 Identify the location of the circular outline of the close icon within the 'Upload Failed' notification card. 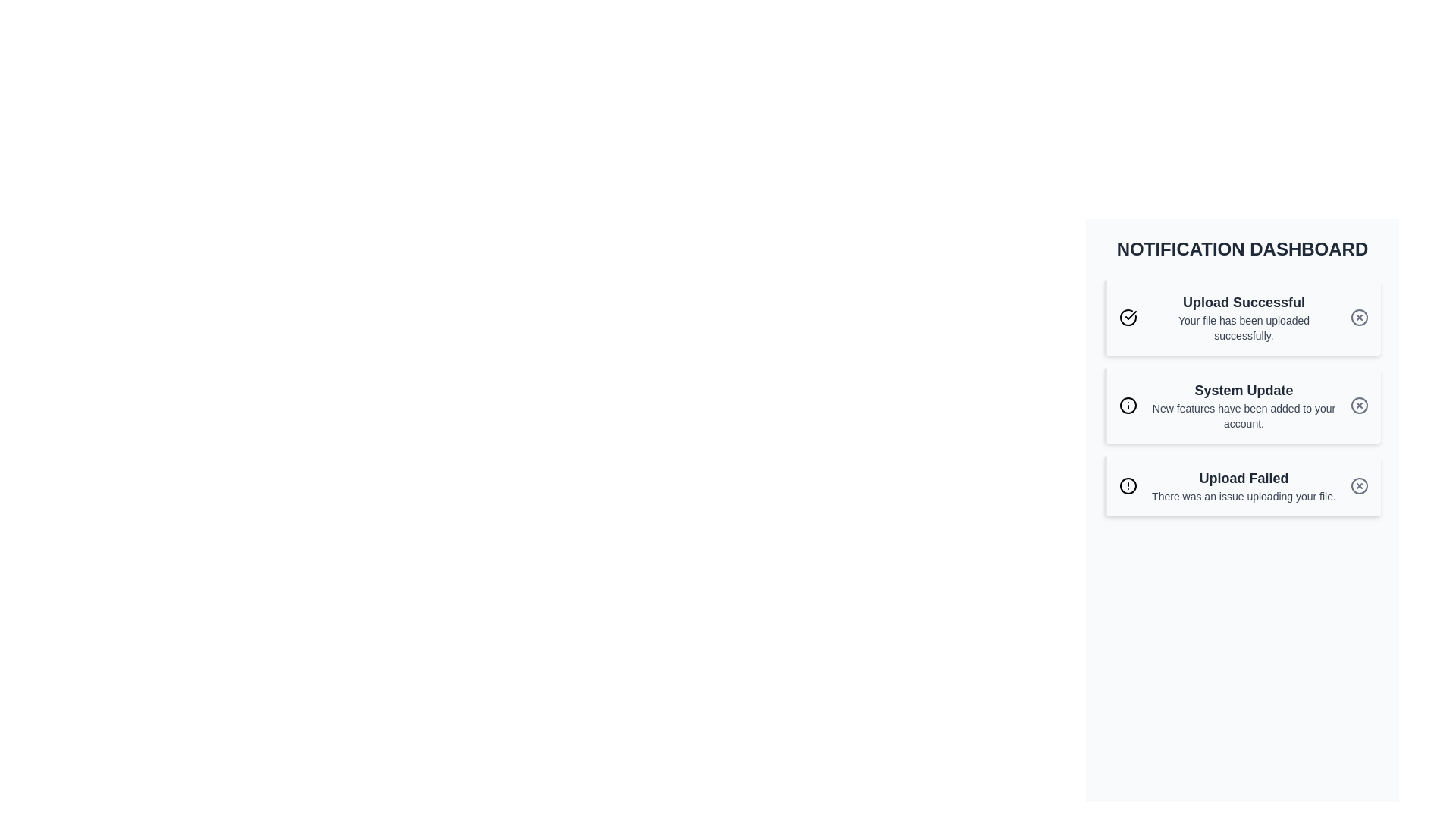
(1360, 485).